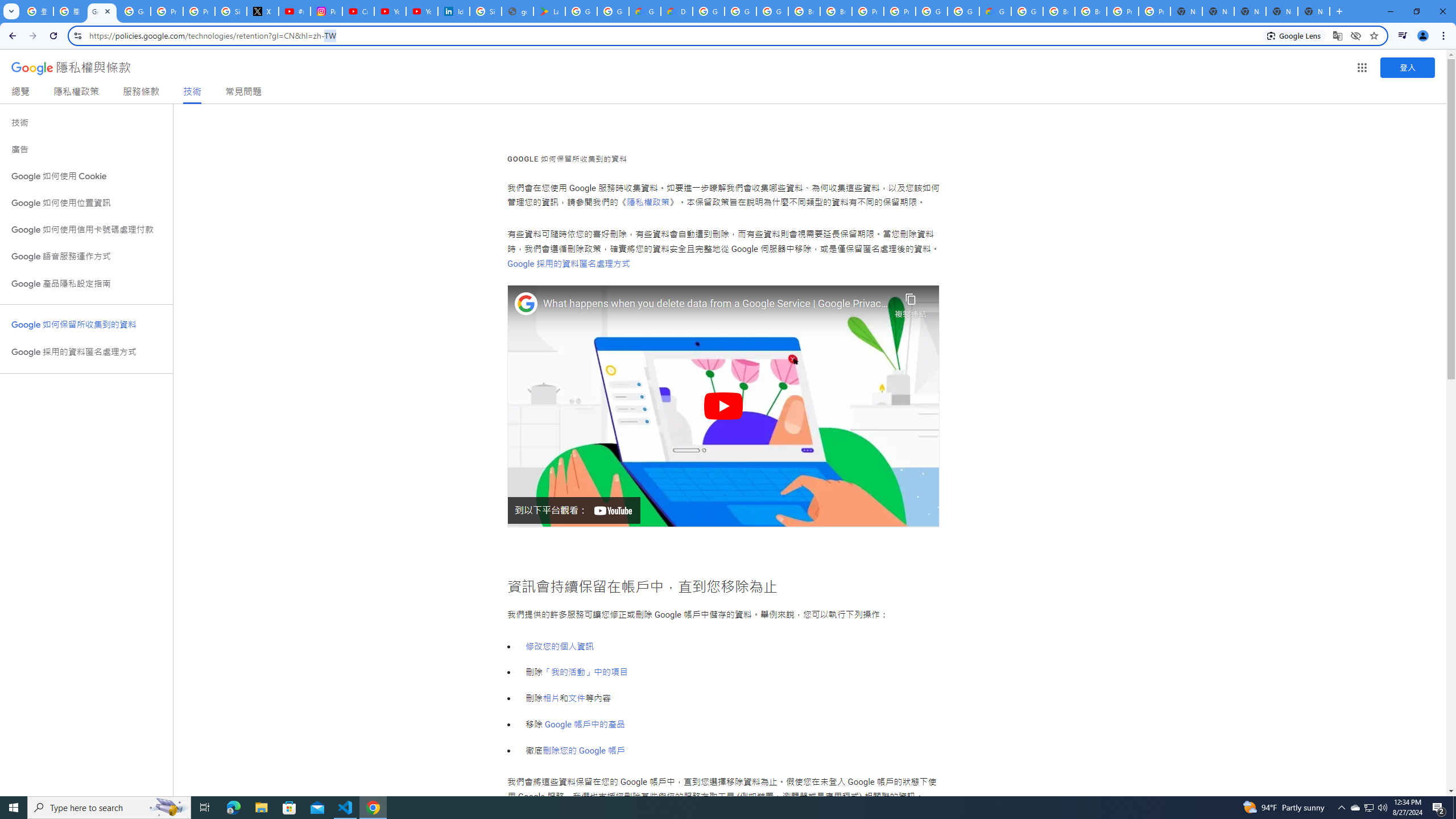 The width and height of the screenshot is (1456, 819). I want to click on 'Chrome', so click(1444, 35).